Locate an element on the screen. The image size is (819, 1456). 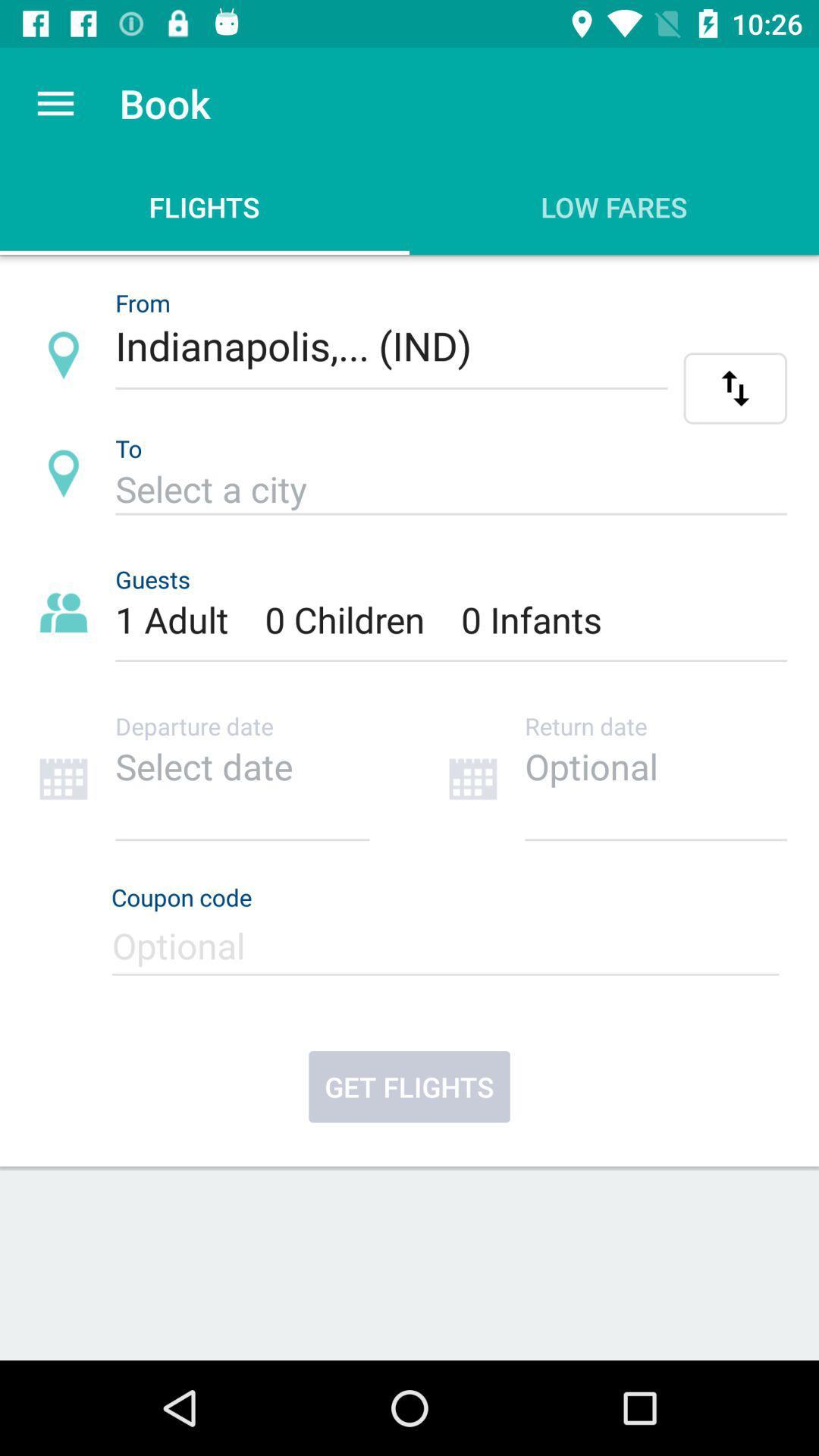
the swap icon is located at coordinates (734, 388).